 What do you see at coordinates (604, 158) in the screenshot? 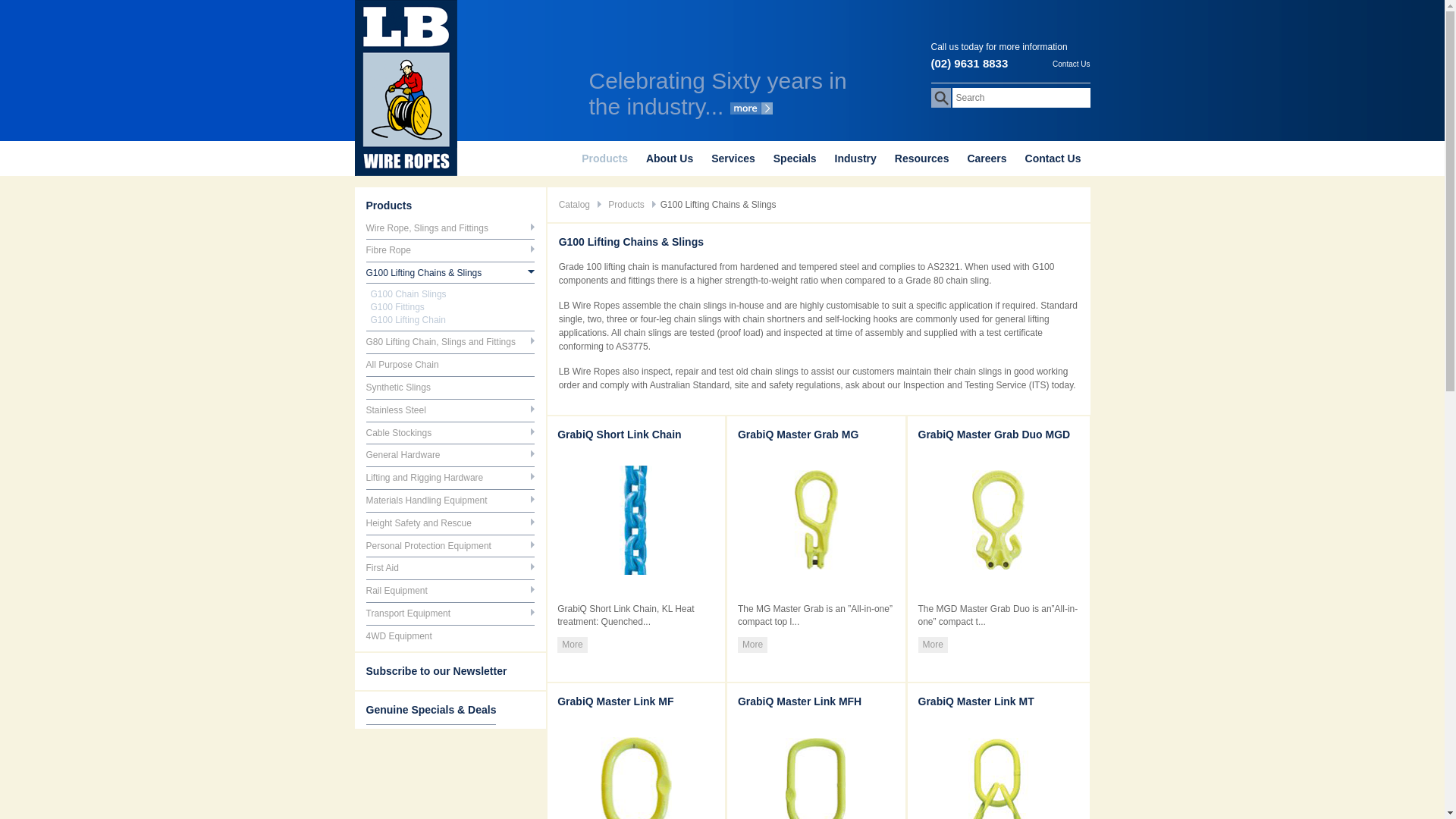
I see `'Products'` at bounding box center [604, 158].